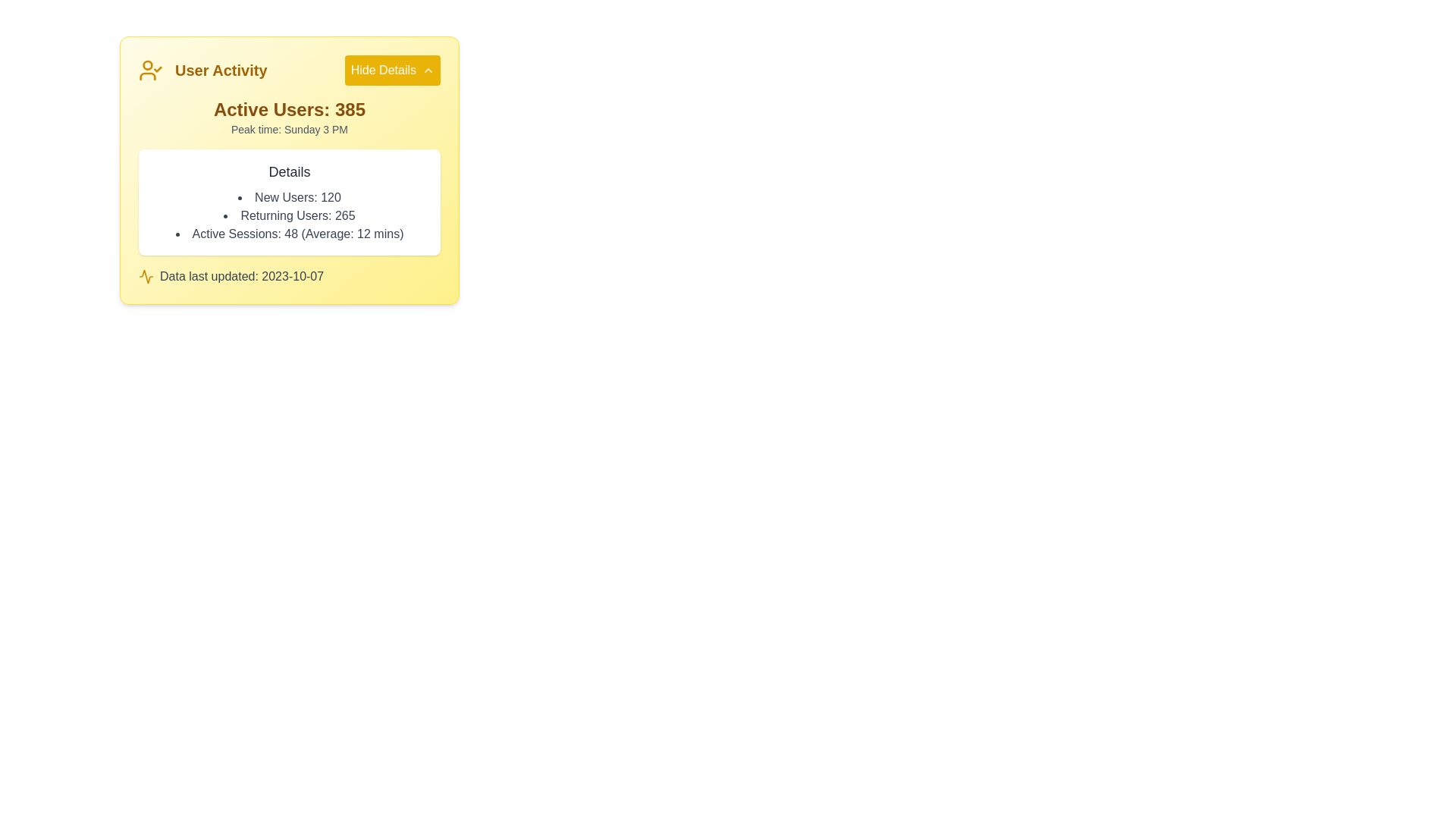 This screenshot has height=819, width=1456. I want to click on the text element displaying 'Returning Users: 265' in dark gray font, located under the 'Details' heading as the second item in the bullet-point list, so click(290, 216).